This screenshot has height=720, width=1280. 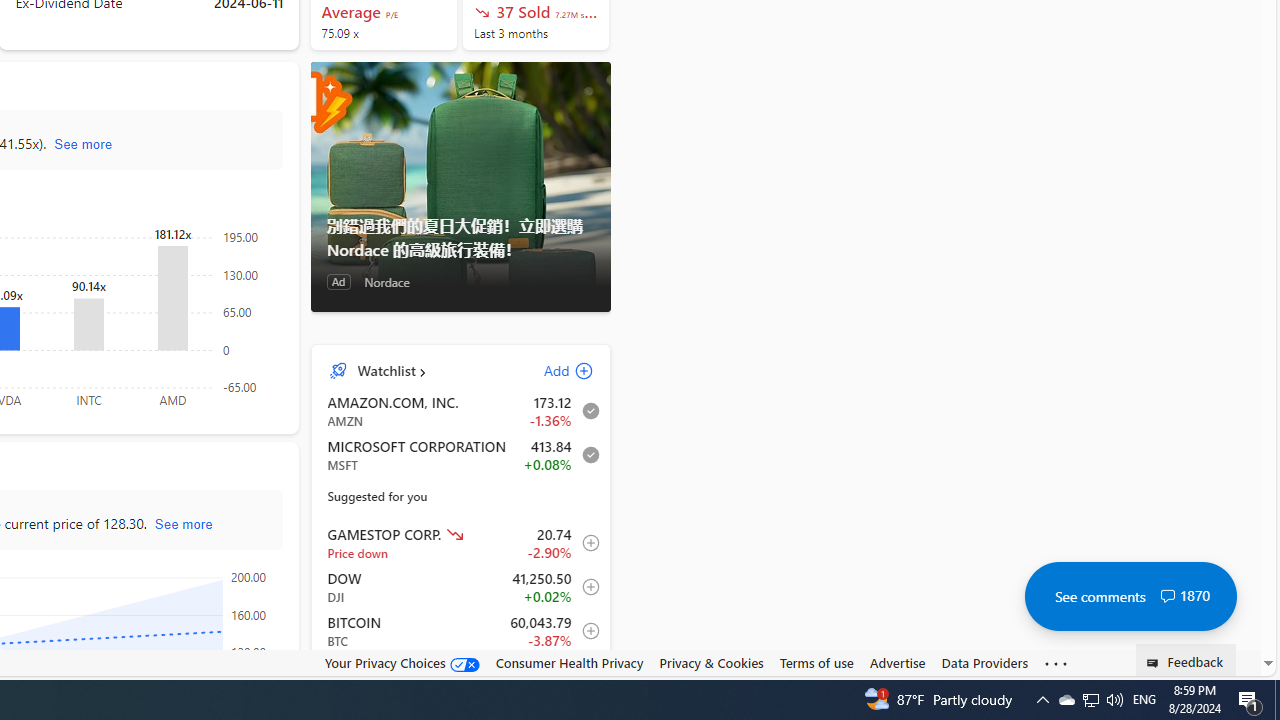 What do you see at coordinates (460, 631) in the screenshot?
I see `'BTC Bitcoin decrease 60,043.79 -2,323.69 -3.87% item2'` at bounding box center [460, 631].